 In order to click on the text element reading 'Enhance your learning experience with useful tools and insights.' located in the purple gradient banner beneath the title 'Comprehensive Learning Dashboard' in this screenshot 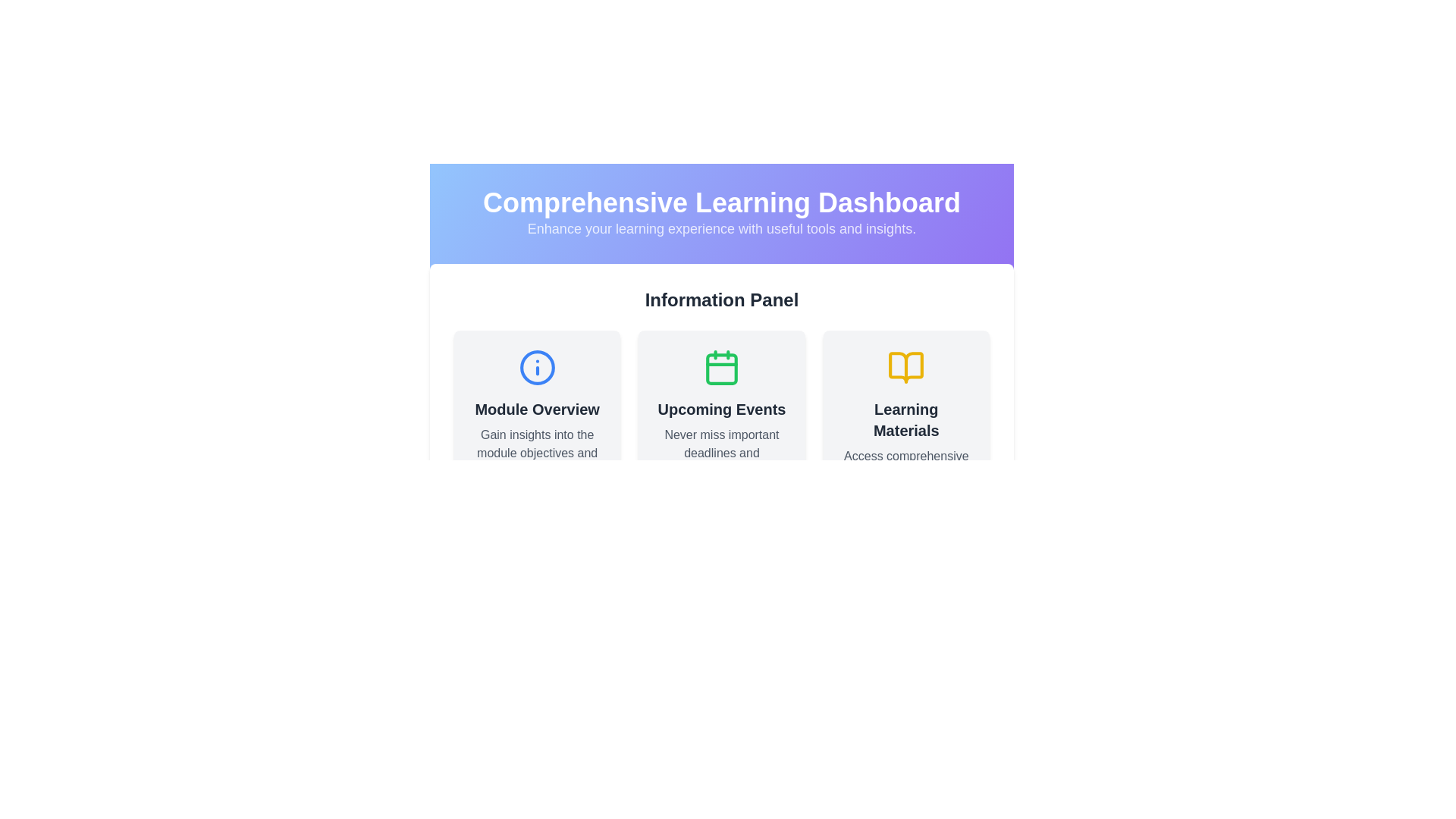, I will do `click(720, 228)`.